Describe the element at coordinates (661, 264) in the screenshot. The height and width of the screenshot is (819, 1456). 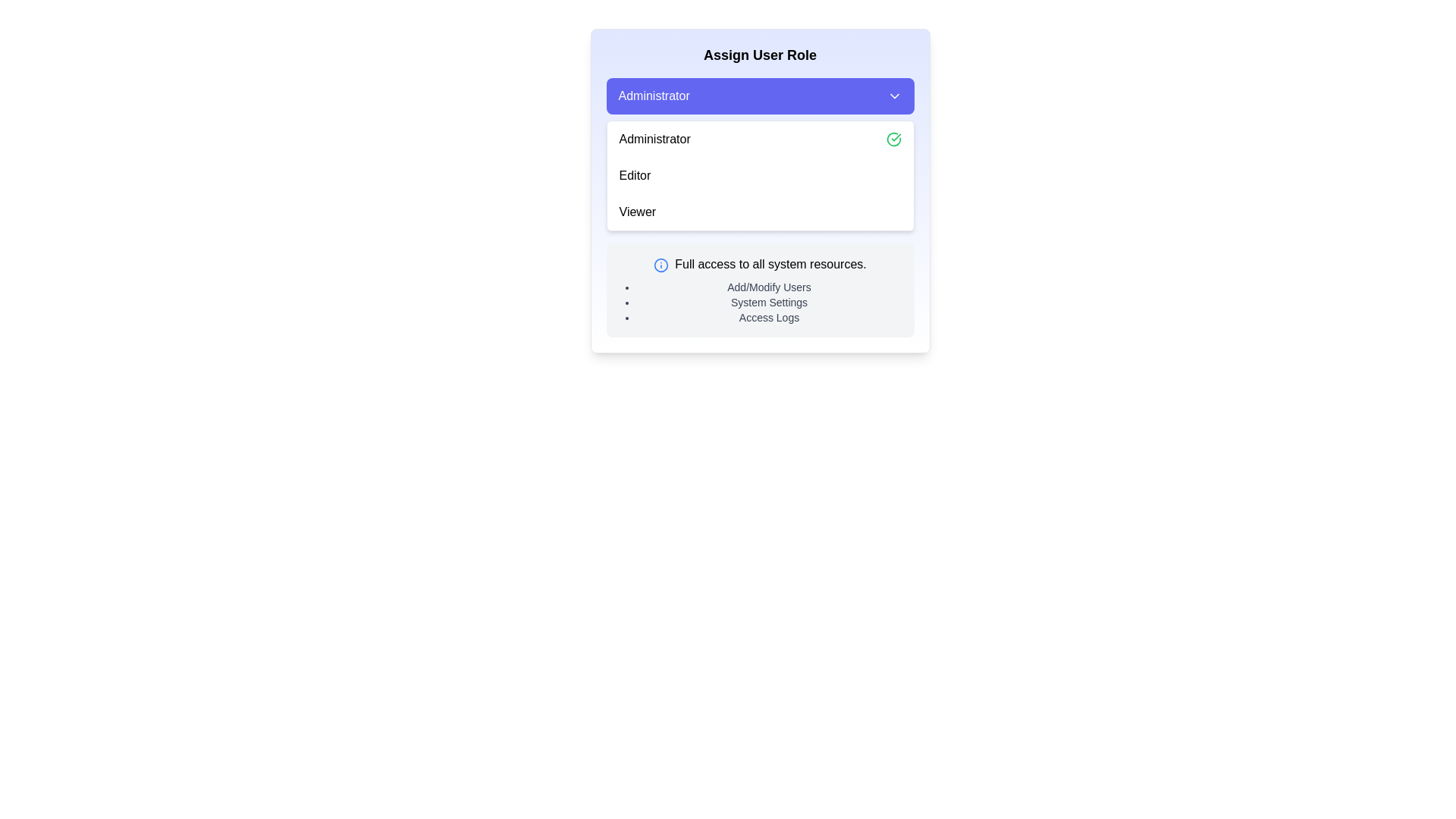
I see `the circular graphic within the informational icon located near the 'Full access to all system resources' description` at that location.